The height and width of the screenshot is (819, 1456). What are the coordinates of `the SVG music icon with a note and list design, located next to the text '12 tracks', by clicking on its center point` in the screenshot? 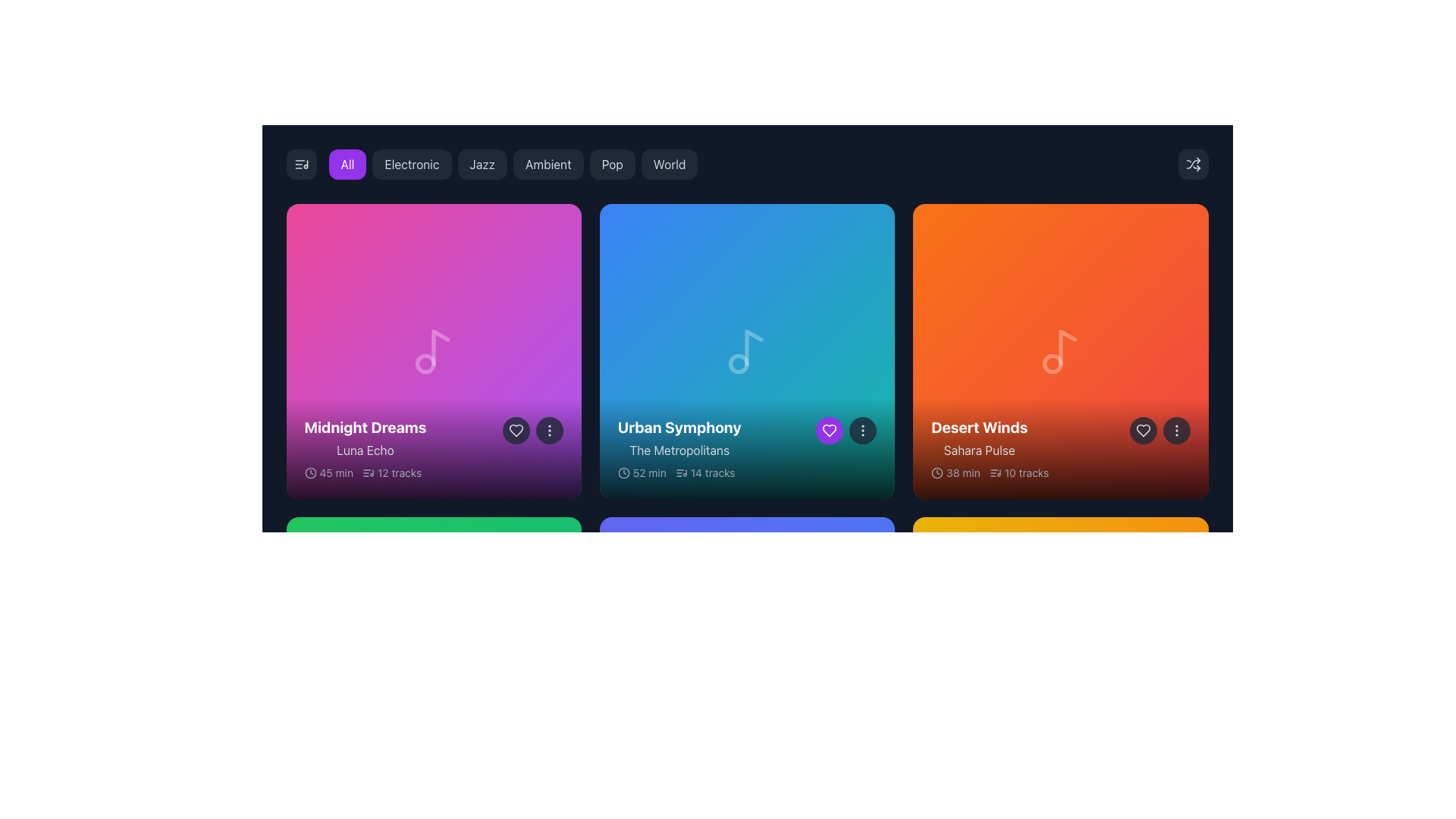 It's located at (368, 472).